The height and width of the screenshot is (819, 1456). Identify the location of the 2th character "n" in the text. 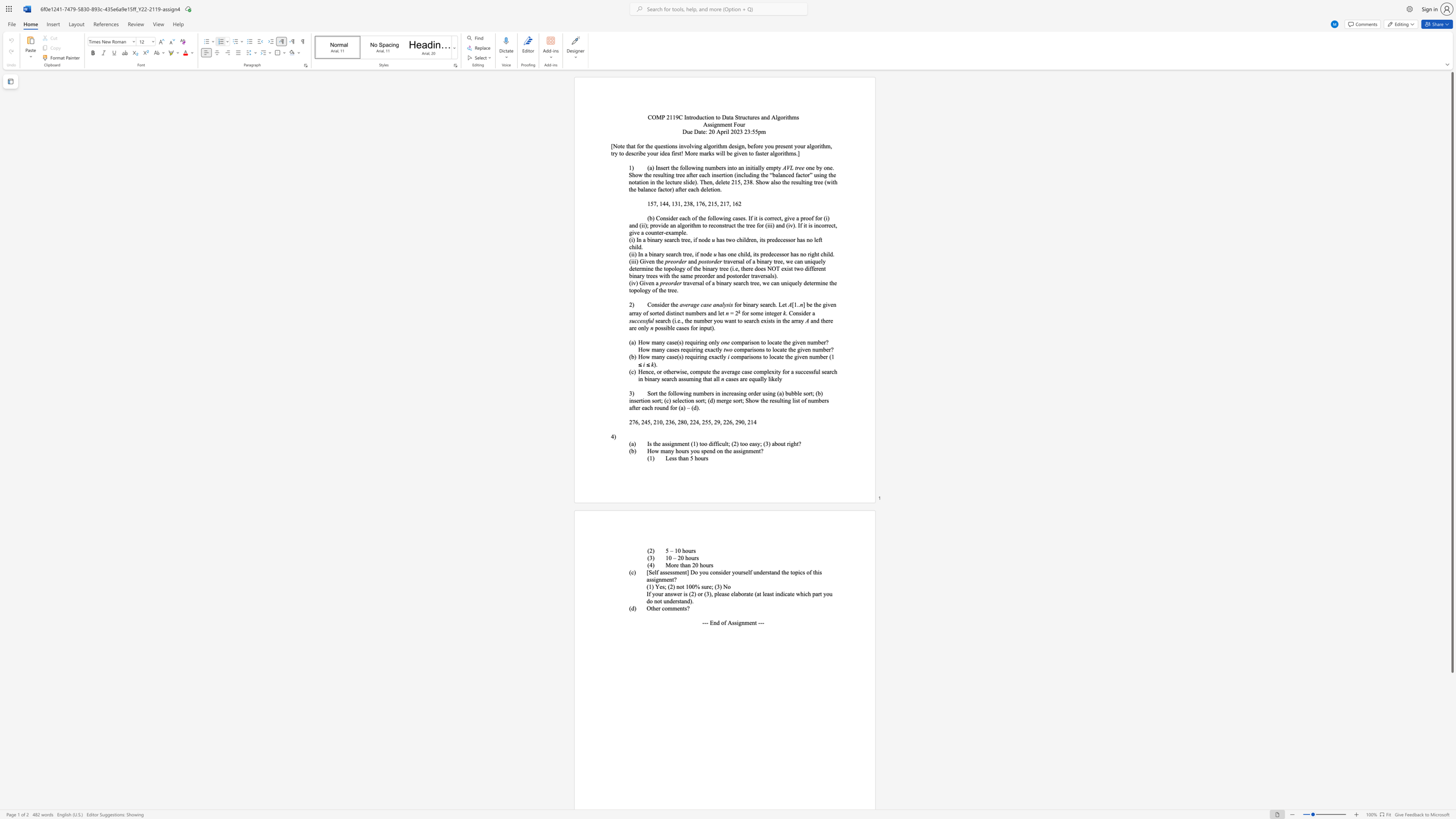
(778, 593).